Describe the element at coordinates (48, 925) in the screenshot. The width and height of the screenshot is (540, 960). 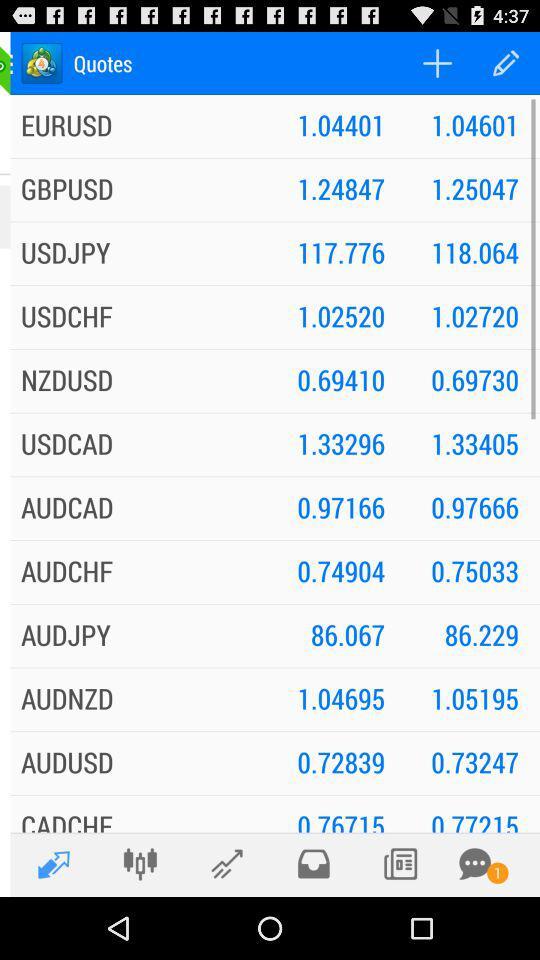
I see `the edit icon` at that location.